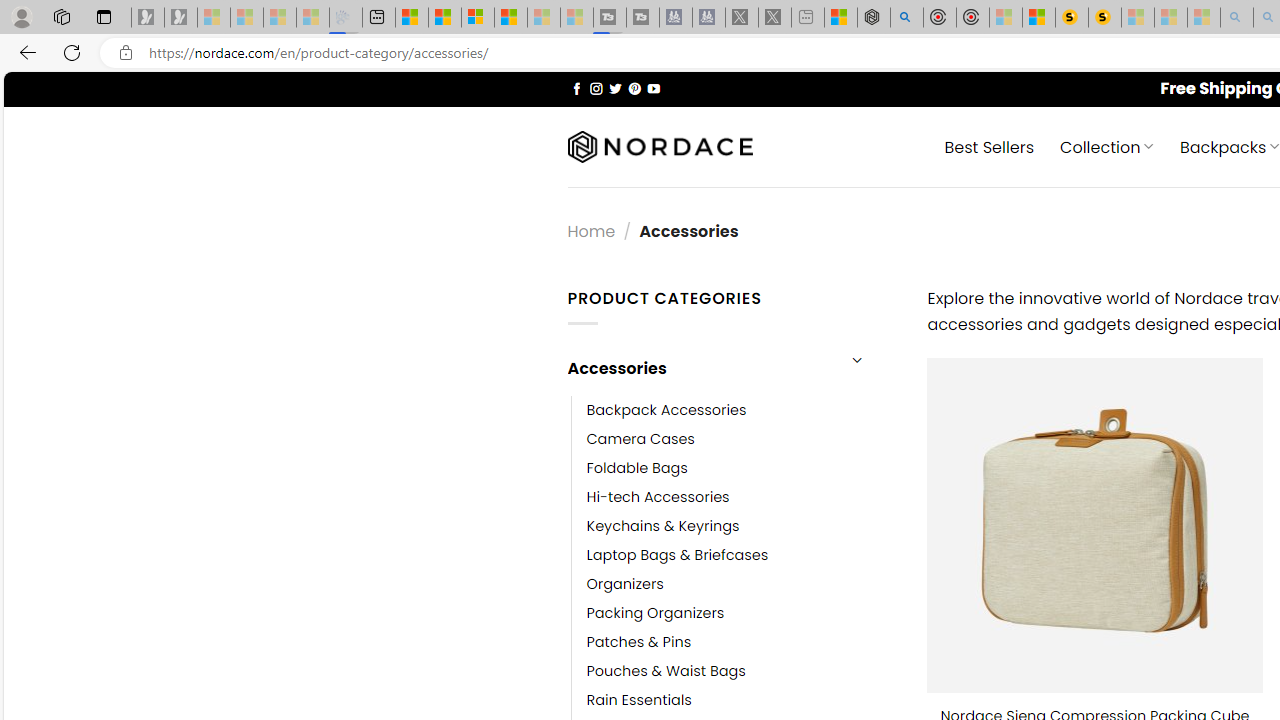 Image resolution: width=1280 pixels, height=720 pixels. What do you see at coordinates (653, 87) in the screenshot?
I see `'Follow on YouTube'` at bounding box center [653, 87].